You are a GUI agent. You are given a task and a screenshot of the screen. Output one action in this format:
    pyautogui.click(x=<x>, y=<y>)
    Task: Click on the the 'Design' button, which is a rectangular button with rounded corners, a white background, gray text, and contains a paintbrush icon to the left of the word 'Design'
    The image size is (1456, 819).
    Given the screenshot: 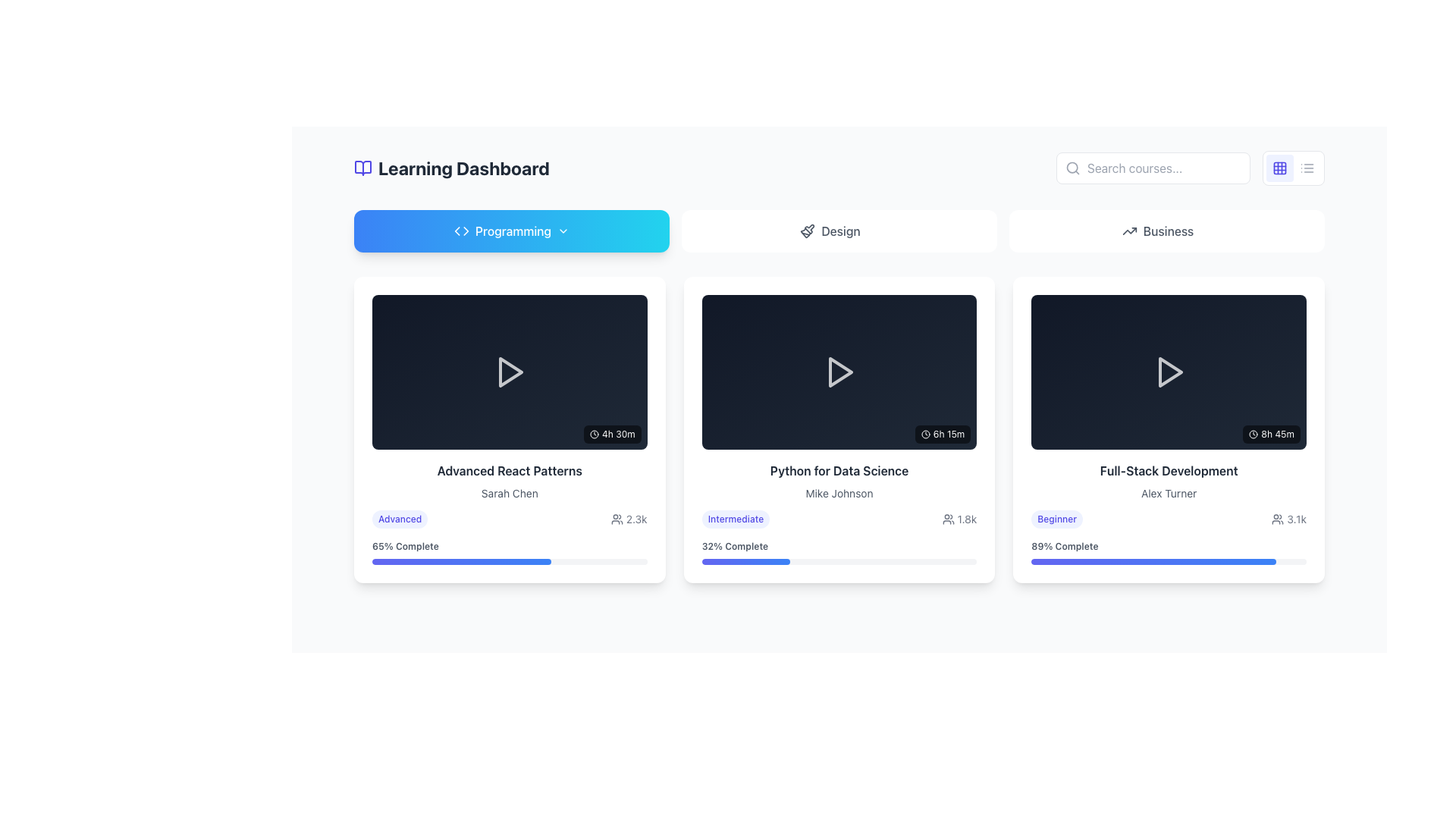 What is the action you would take?
    pyautogui.click(x=839, y=231)
    